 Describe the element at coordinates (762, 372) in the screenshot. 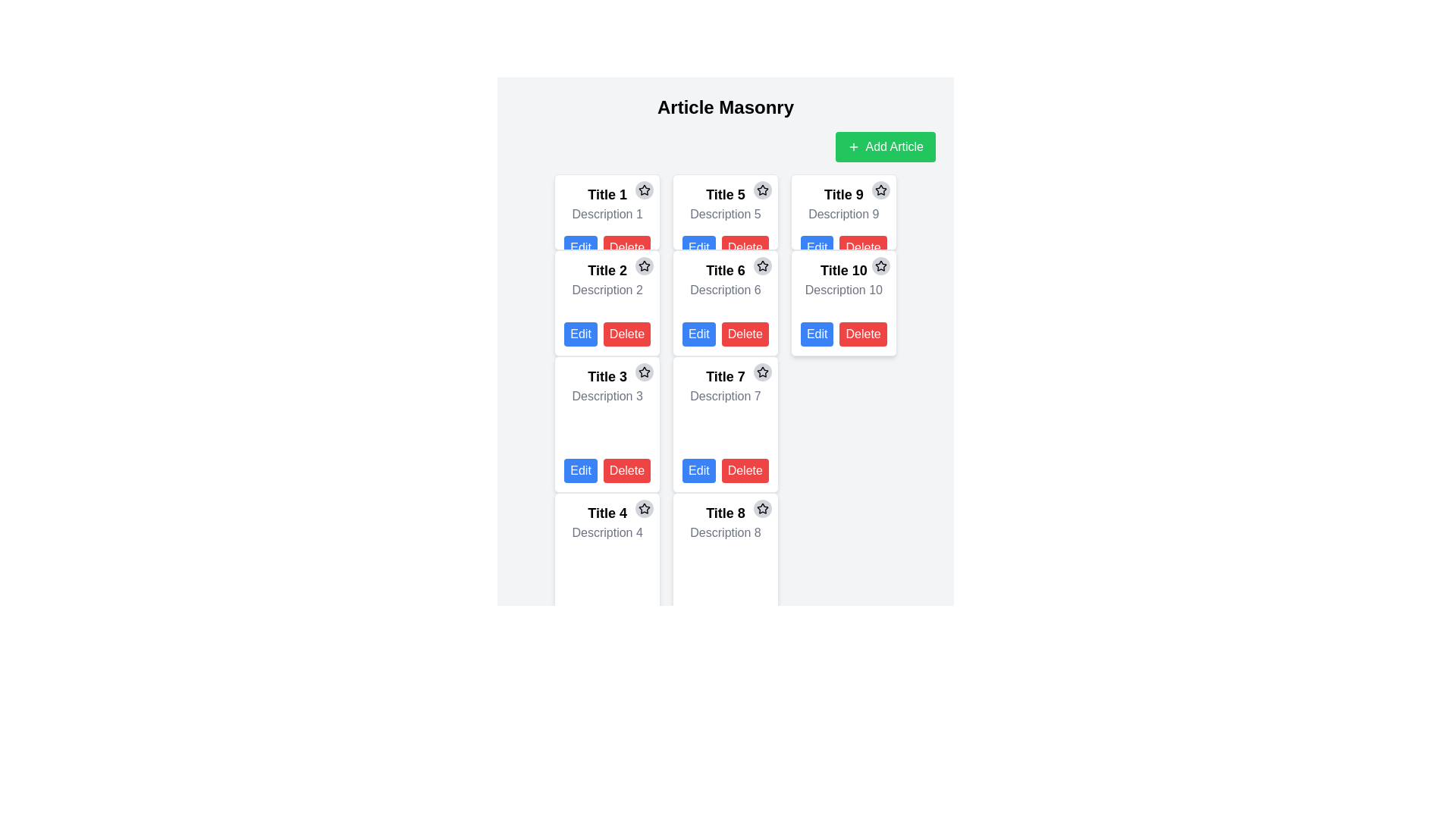

I see `the star icon in the top right corner of the card labeled 'Title 7'` at that location.